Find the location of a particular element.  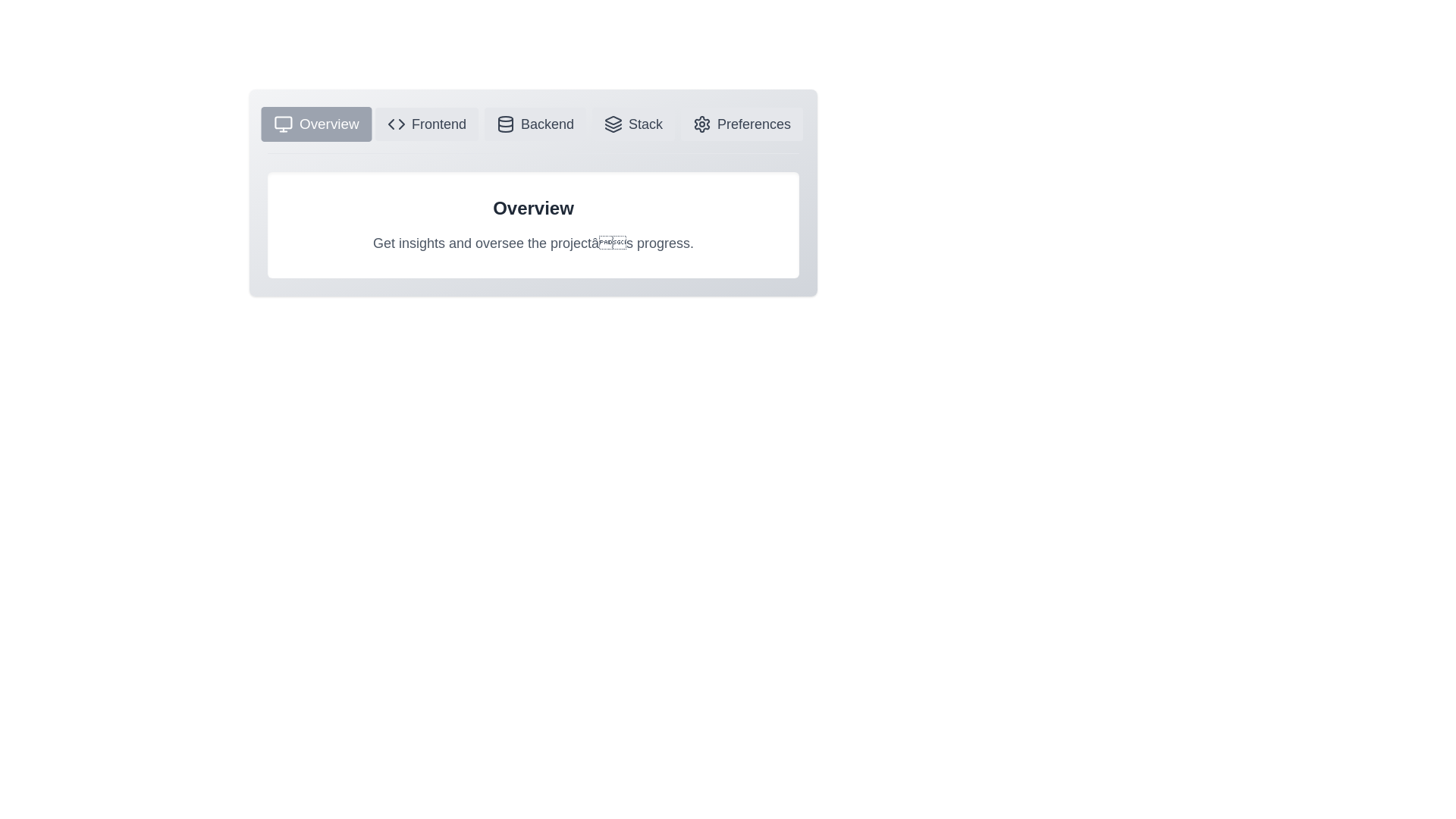

the Frontend tab is located at coordinates (425, 124).